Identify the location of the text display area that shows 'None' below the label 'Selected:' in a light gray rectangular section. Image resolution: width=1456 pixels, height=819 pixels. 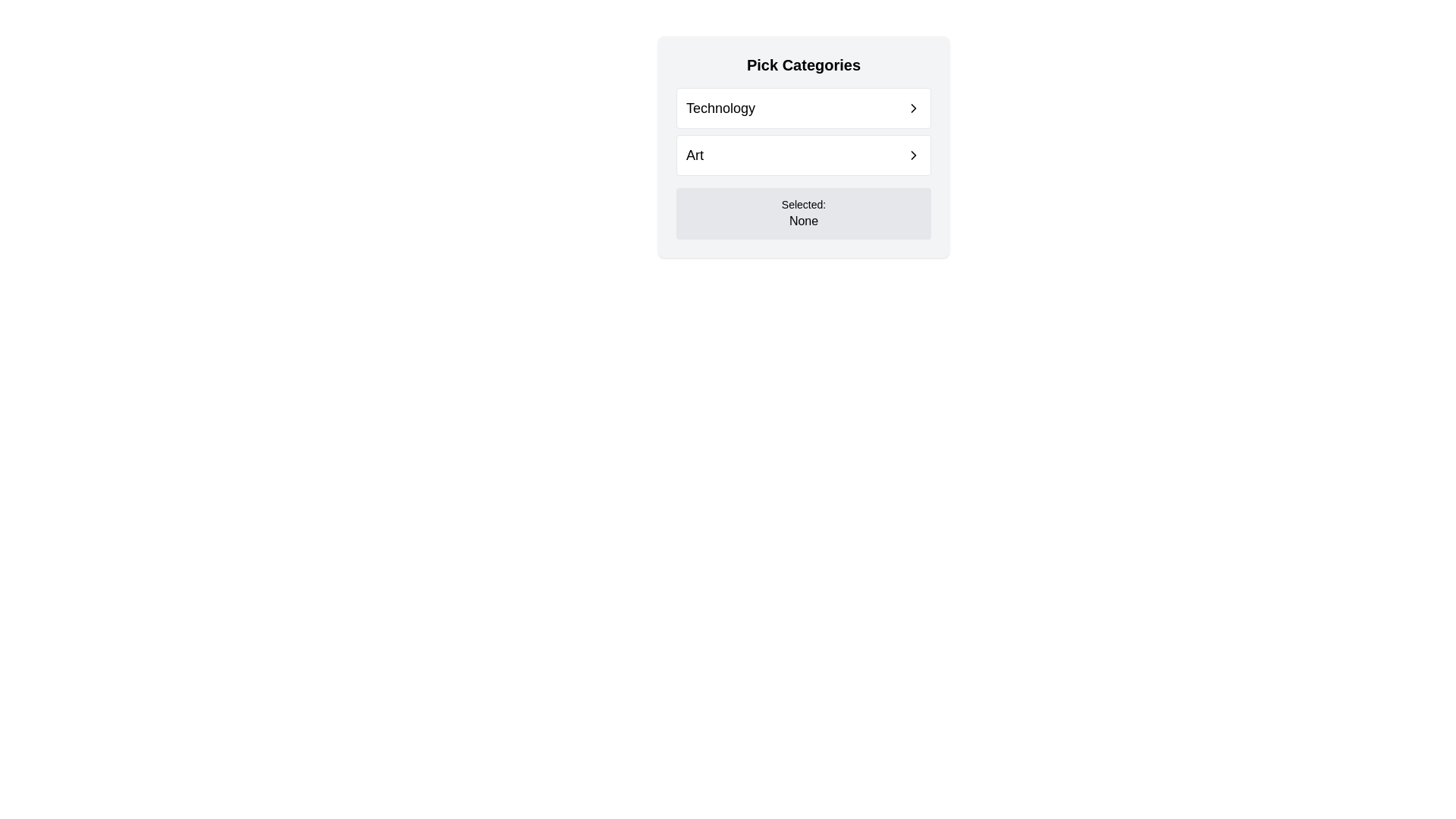
(803, 221).